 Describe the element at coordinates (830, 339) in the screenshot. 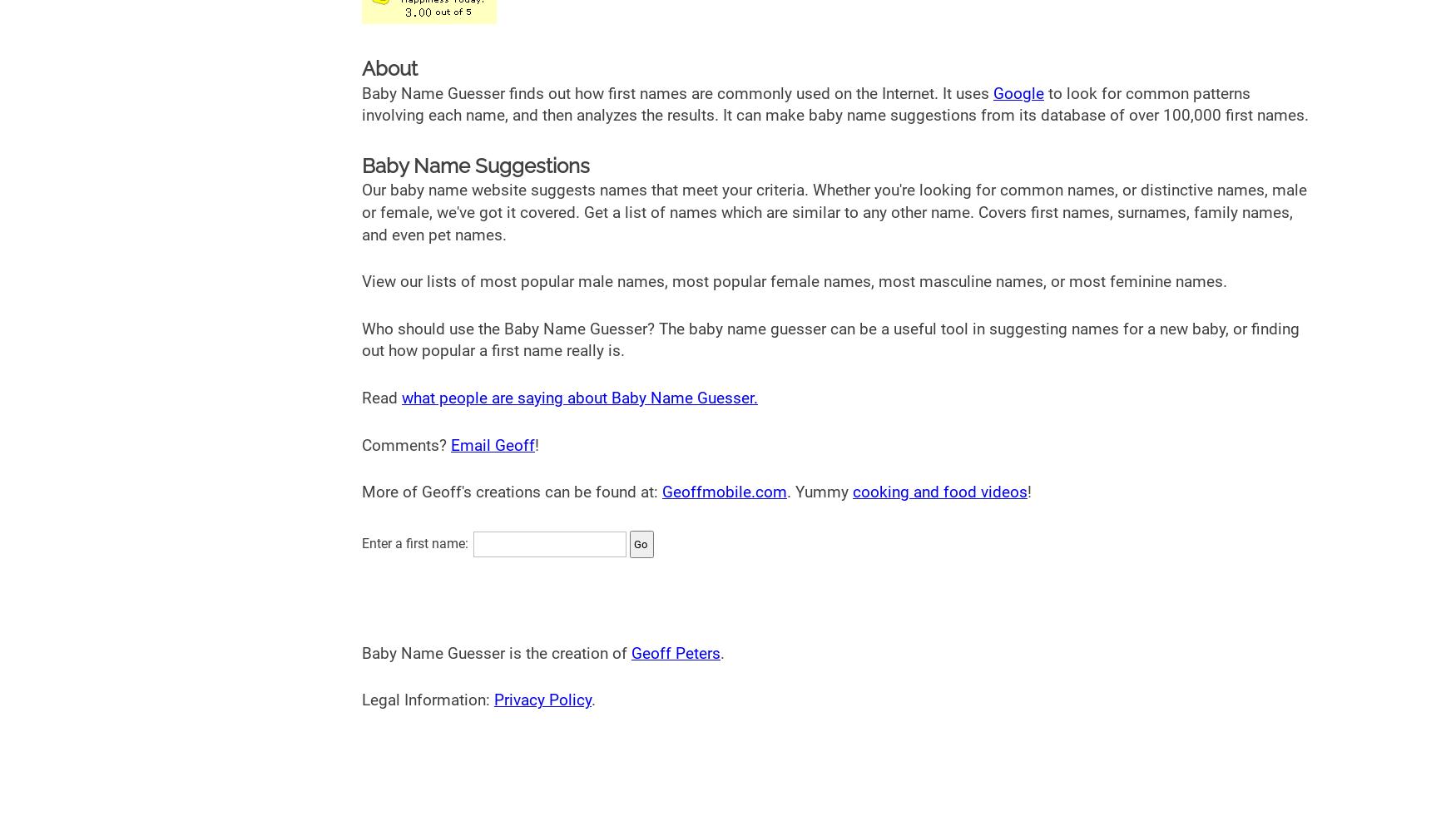

I see `'Who should use the Baby Name Guesser? The baby name guesser can be a useful tool in suggesting names for a new baby, or finding out how popular a first name really is.'` at that location.